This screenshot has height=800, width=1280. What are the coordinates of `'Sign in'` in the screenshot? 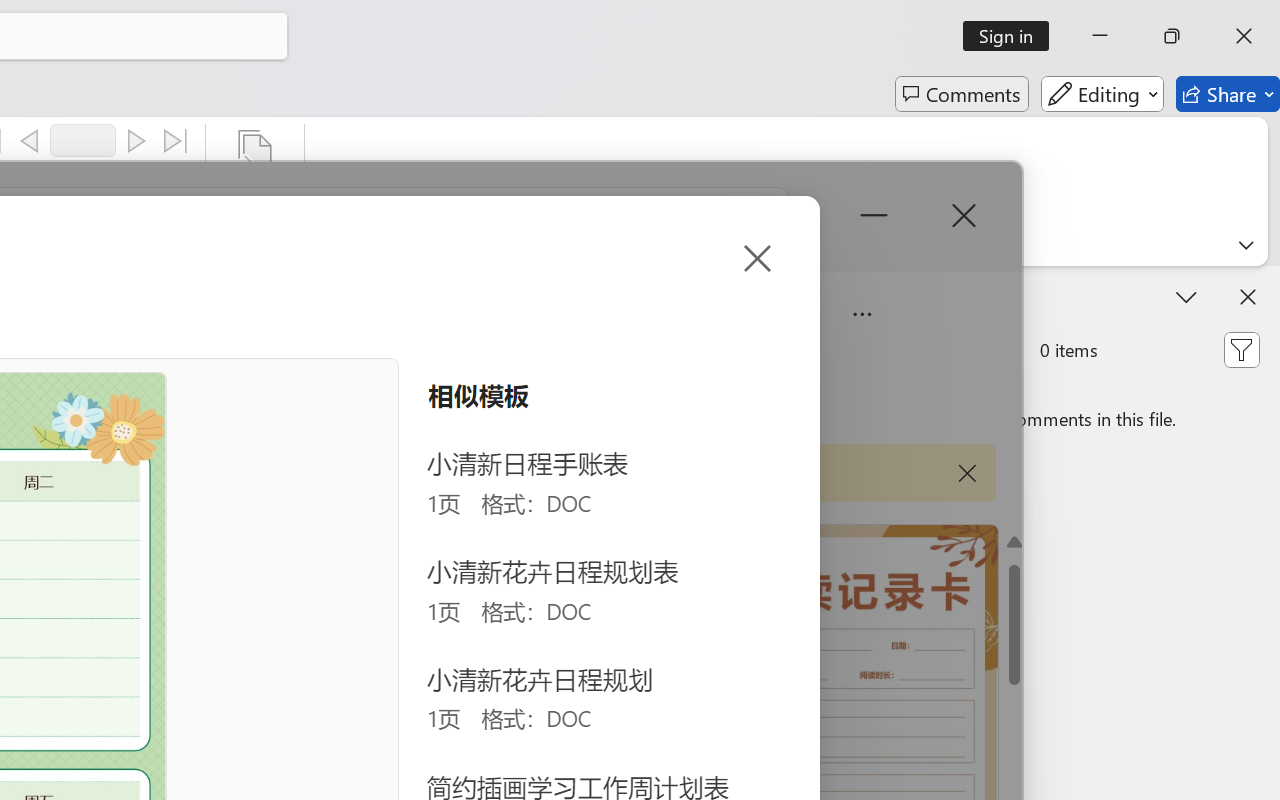 It's located at (1013, 35).